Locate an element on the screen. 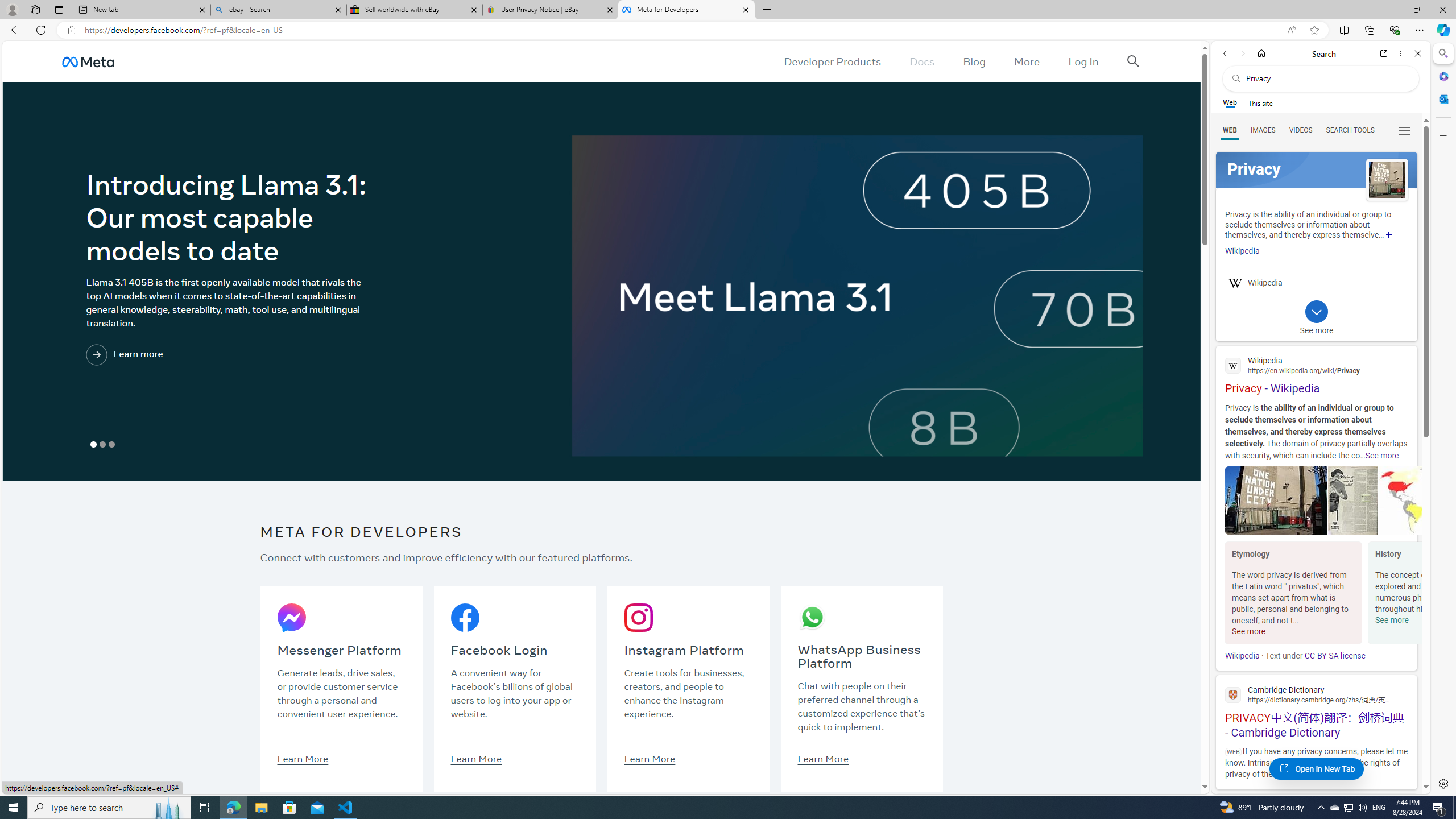  'Web scope' is located at coordinates (1230, 102).